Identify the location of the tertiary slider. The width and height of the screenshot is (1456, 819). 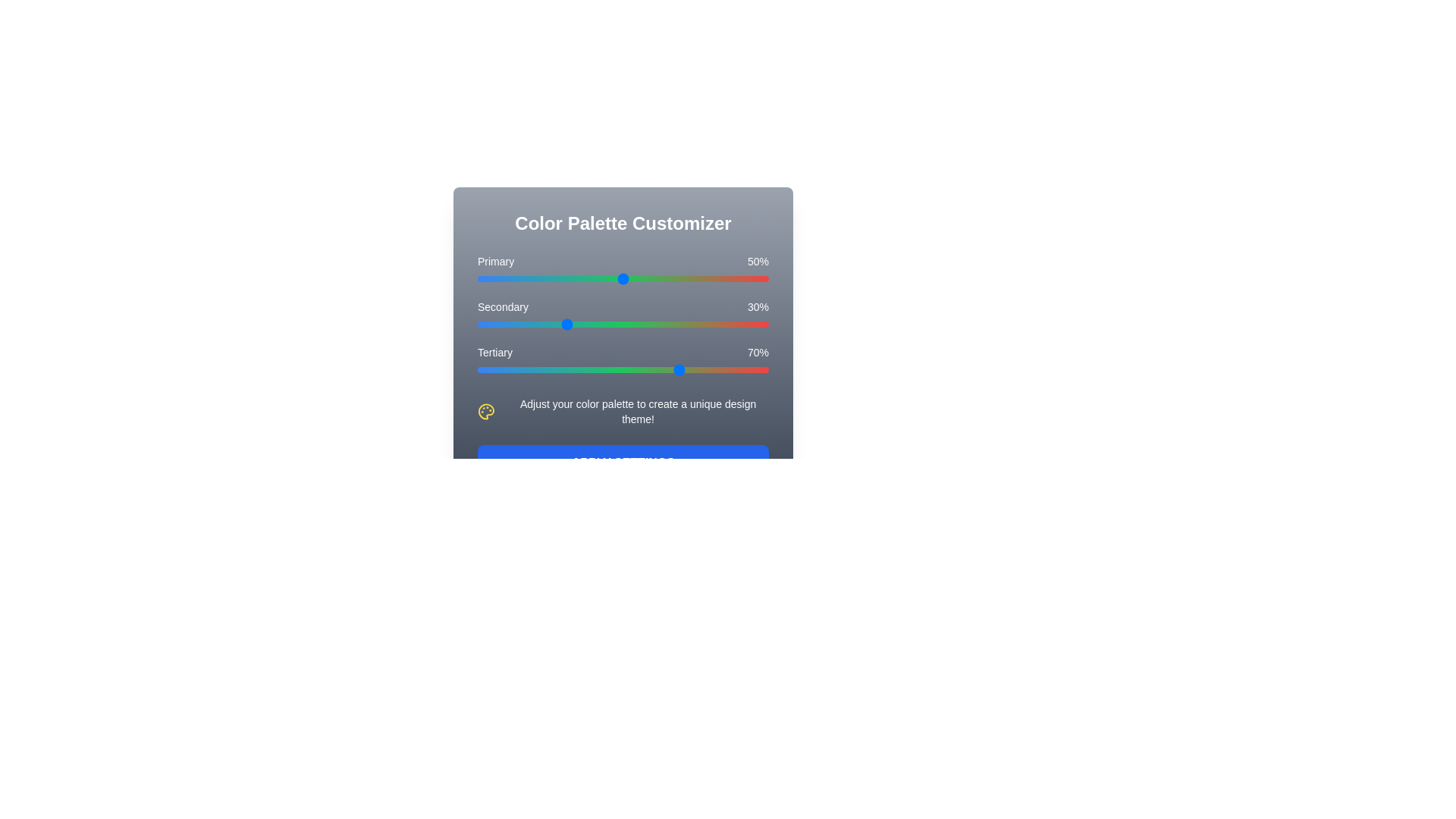
(549, 370).